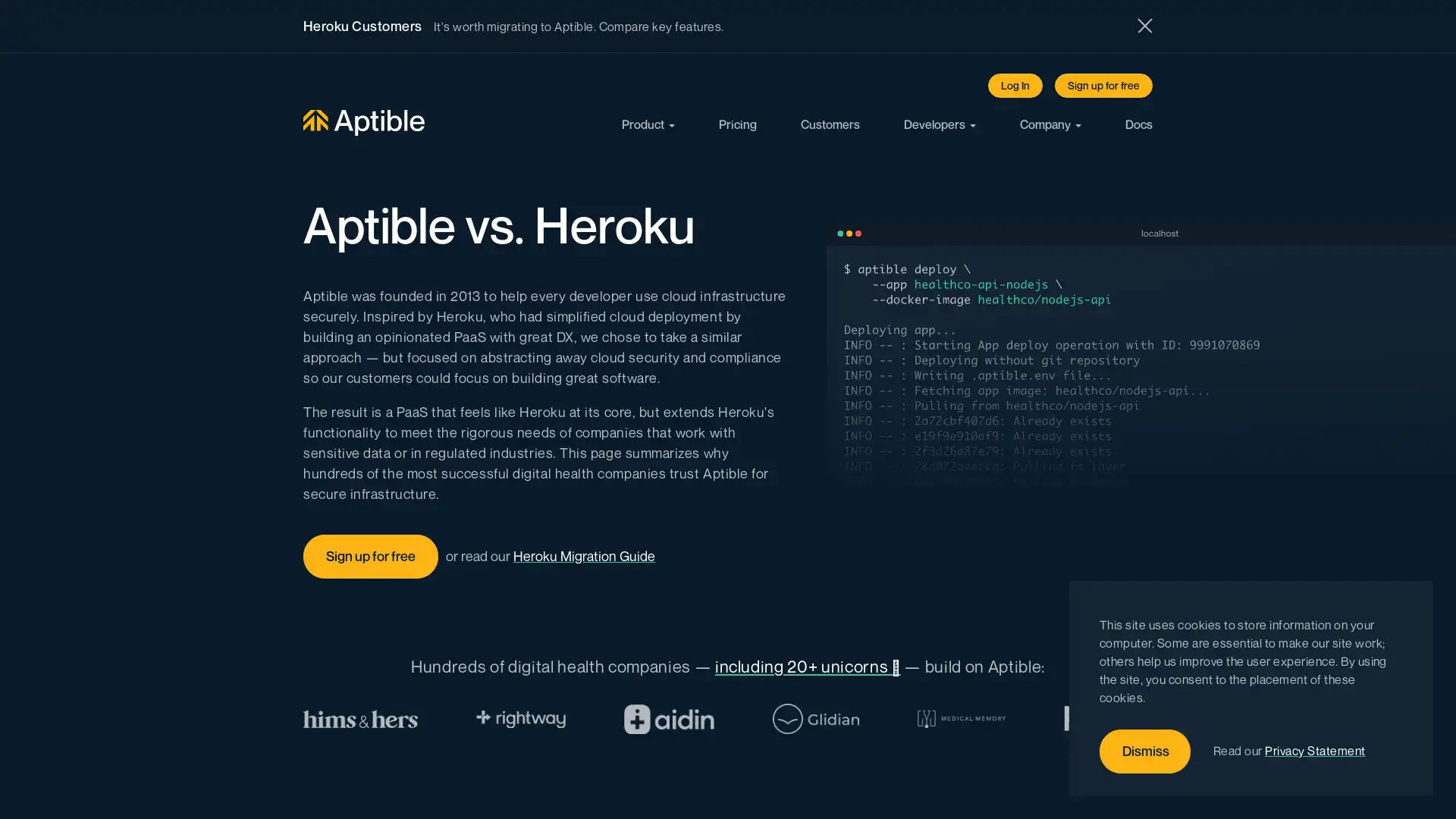  Describe the element at coordinates (1145, 752) in the screenshot. I see `Dismiss` at that location.